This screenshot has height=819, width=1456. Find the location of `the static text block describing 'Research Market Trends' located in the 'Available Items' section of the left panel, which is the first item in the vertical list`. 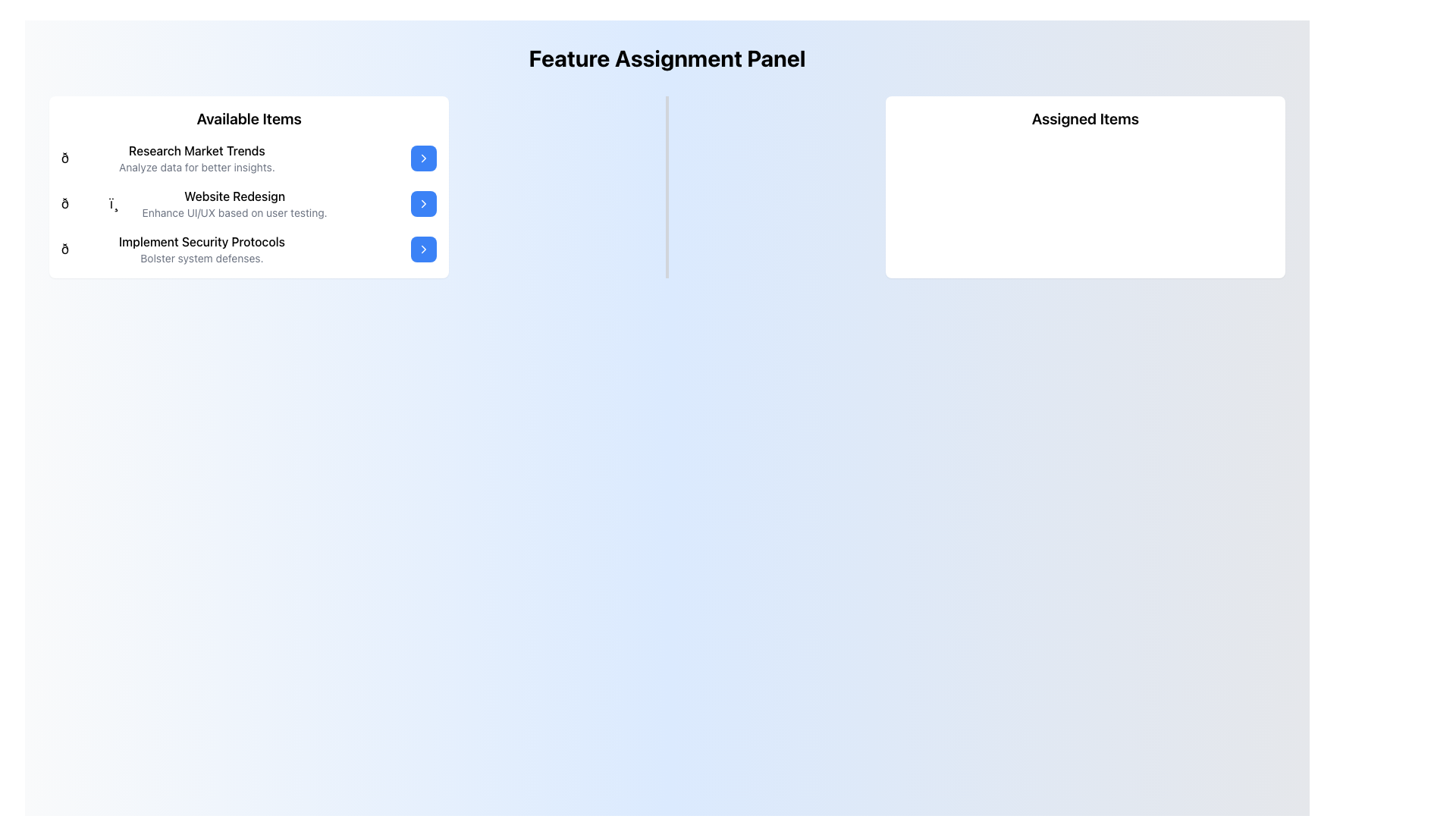

the static text block describing 'Research Market Trends' located in the 'Available Items' section of the left panel, which is the first item in the vertical list is located at coordinates (196, 158).